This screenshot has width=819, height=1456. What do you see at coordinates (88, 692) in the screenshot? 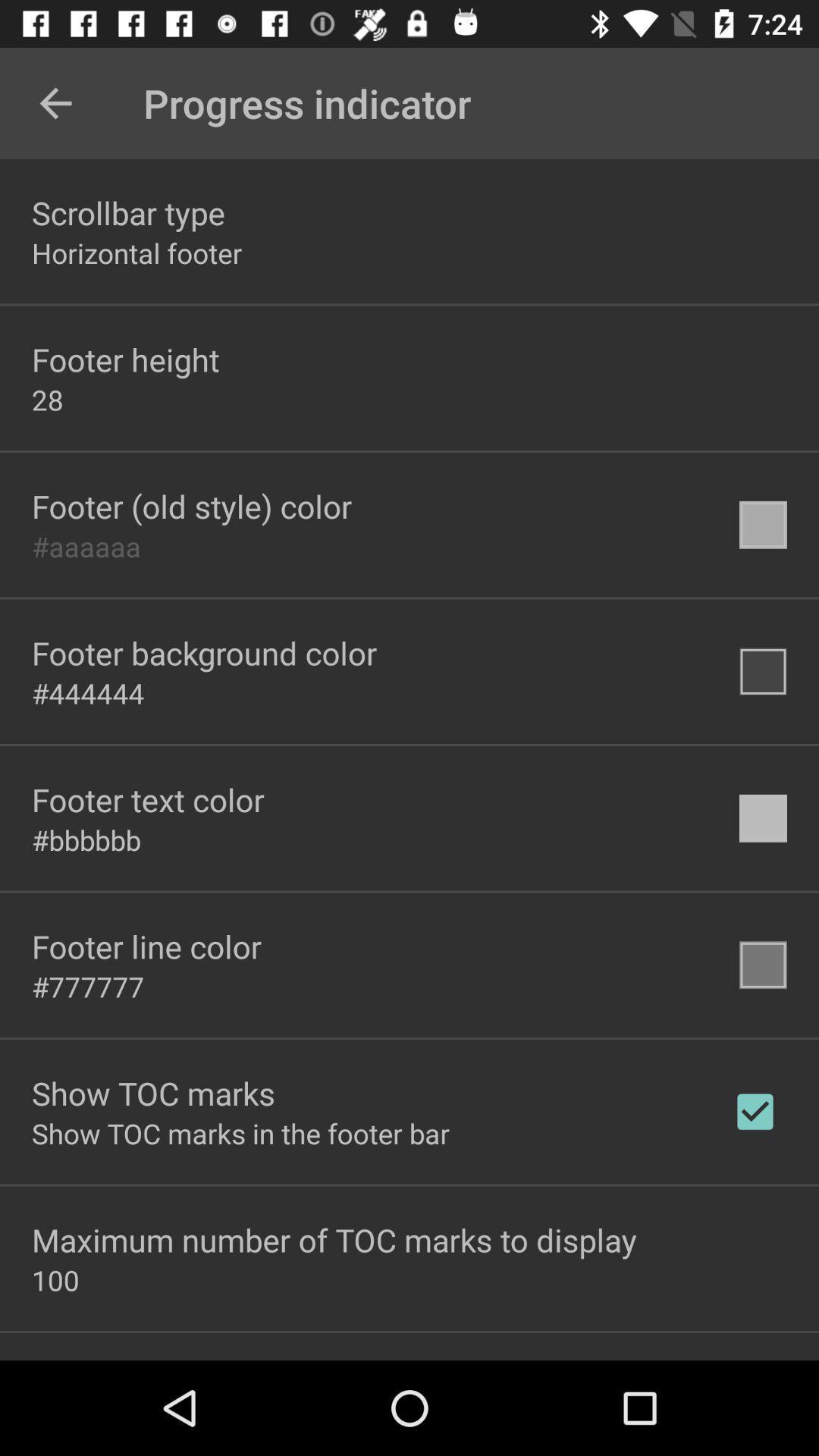
I see `the icon below the footer background color` at bounding box center [88, 692].